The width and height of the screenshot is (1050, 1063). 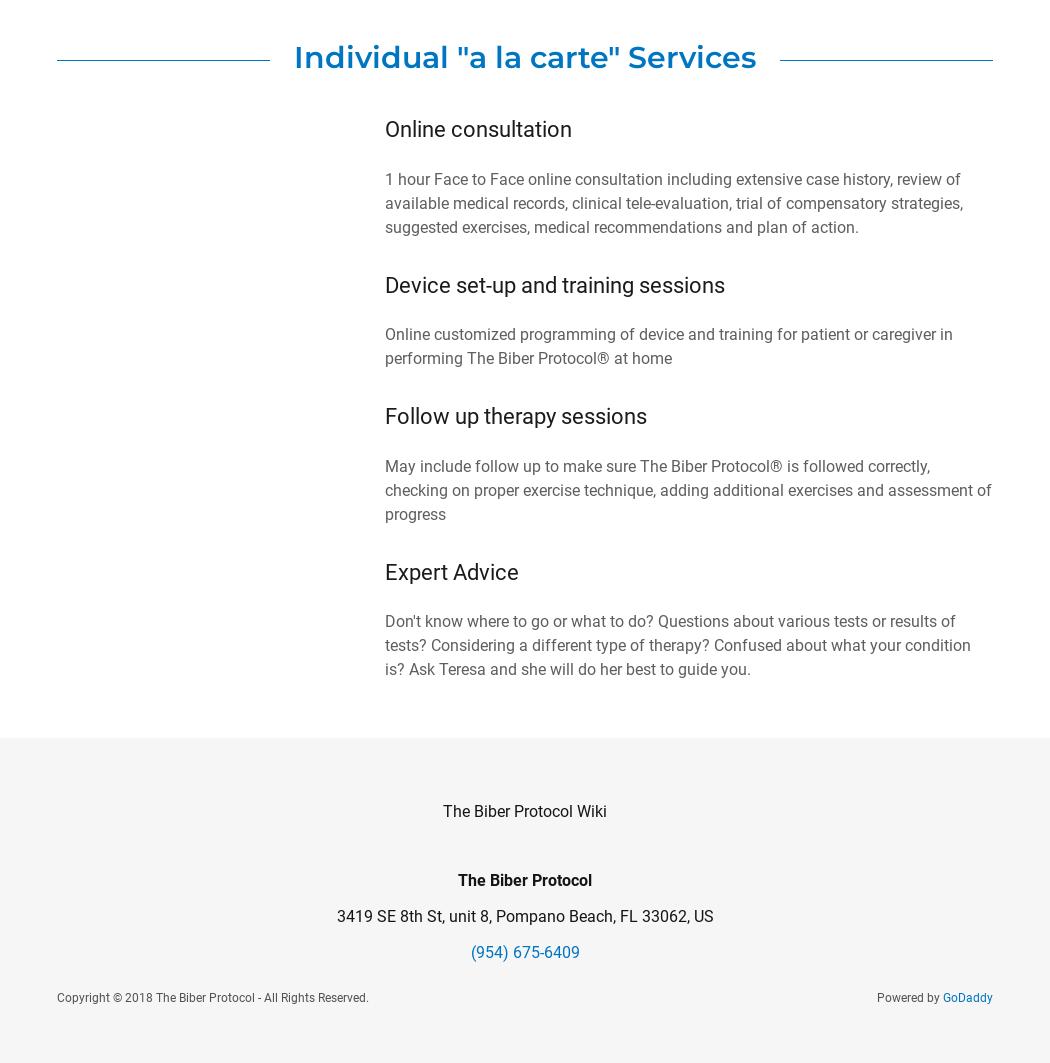 I want to click on 'Online customized programming of device and training for patient or caregiver in performing The Biber Protocol® at home', so click(x=667, y=346).